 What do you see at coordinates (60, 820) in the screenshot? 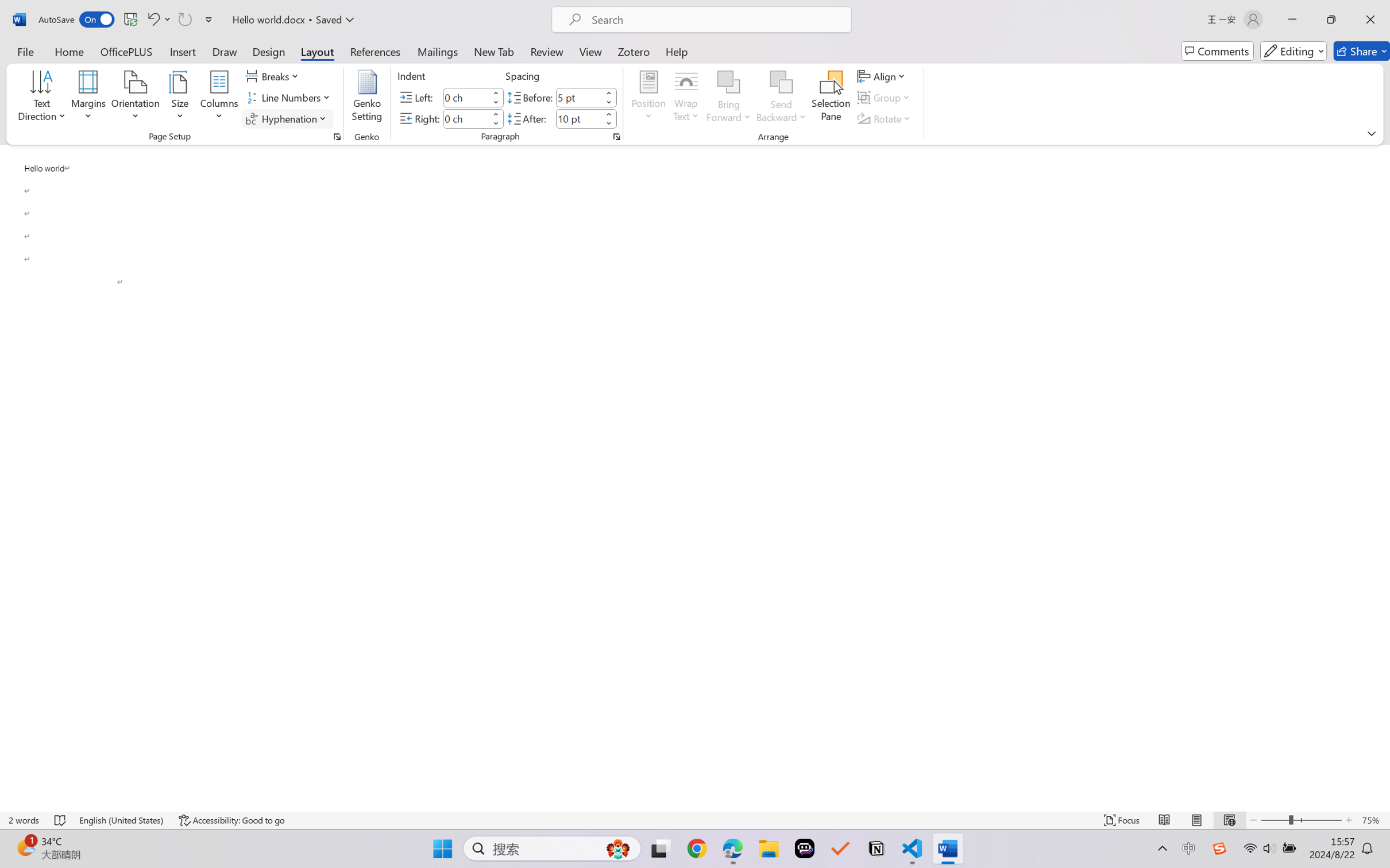
I see `'Spelling and Grammar Check No Errors'` at bounding box center [60, 820].